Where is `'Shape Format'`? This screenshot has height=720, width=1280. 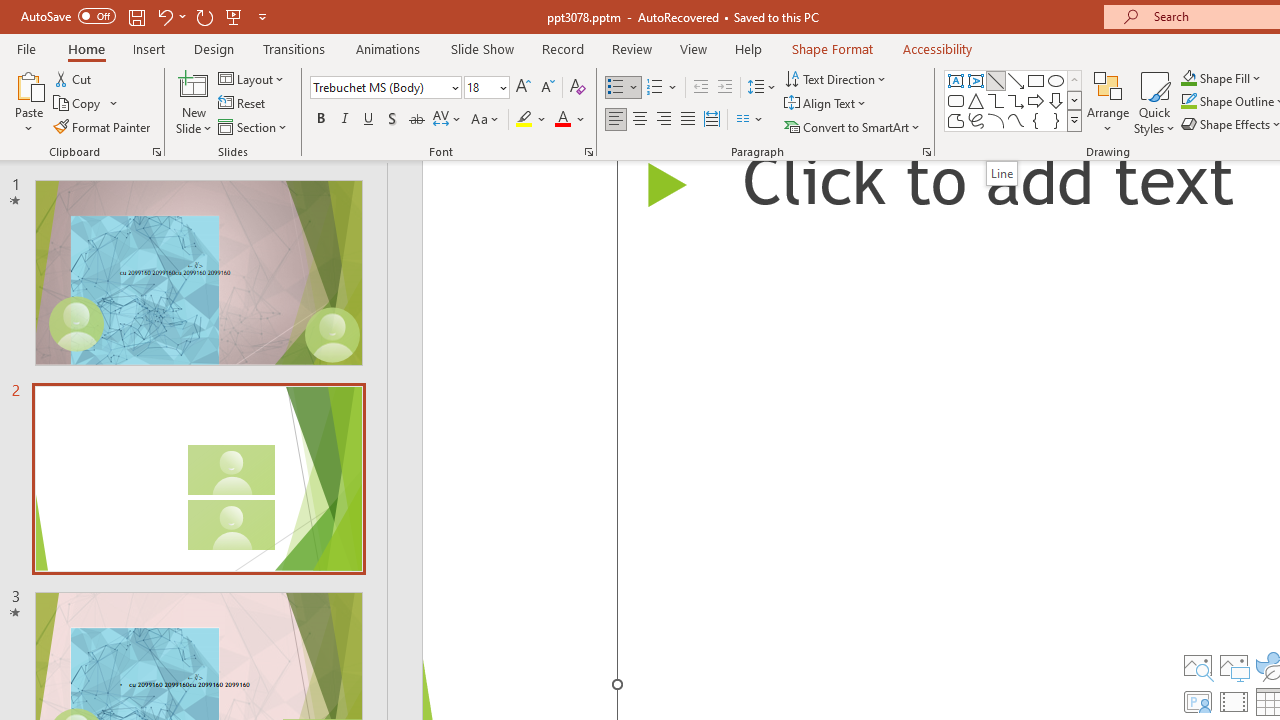
'Shape Format' is located at coordinates (832, 48).